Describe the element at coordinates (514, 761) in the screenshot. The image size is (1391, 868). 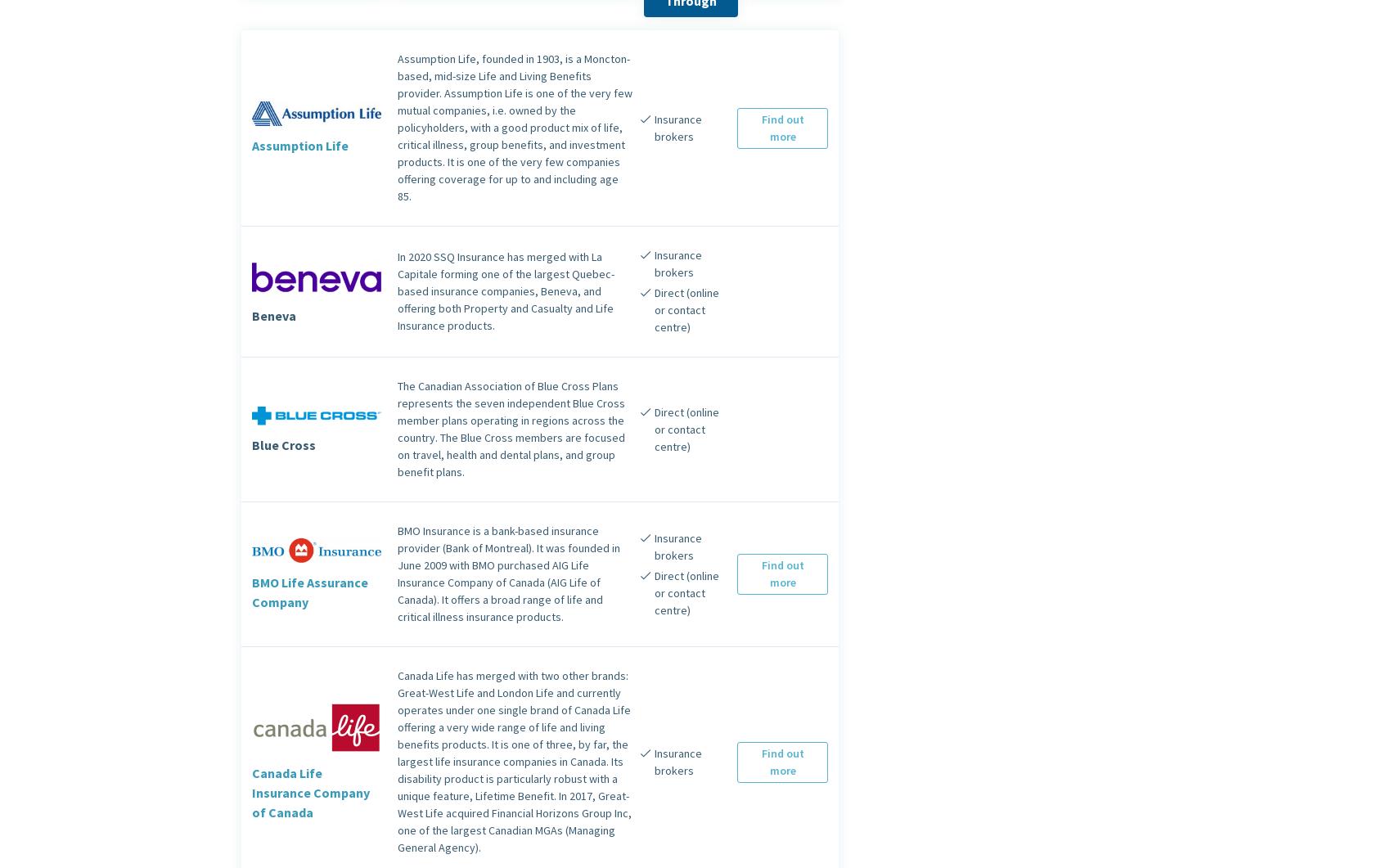
I see `'Canada Life has merged with two other brands: Great-West Life and London Life and currently operates under one single brand of Canada Life offering a very wide range of life and living benefits products. It is one of three, by far, the largest life insurance companies in Canada. Its disability product is particularly robust with a unique feature, Lifetime Benefit. In 2017, Great-West Life acquired Financial Horizons Group Inc, one of the largest Canadian MGAs (Managing General Agency).'` at that location.